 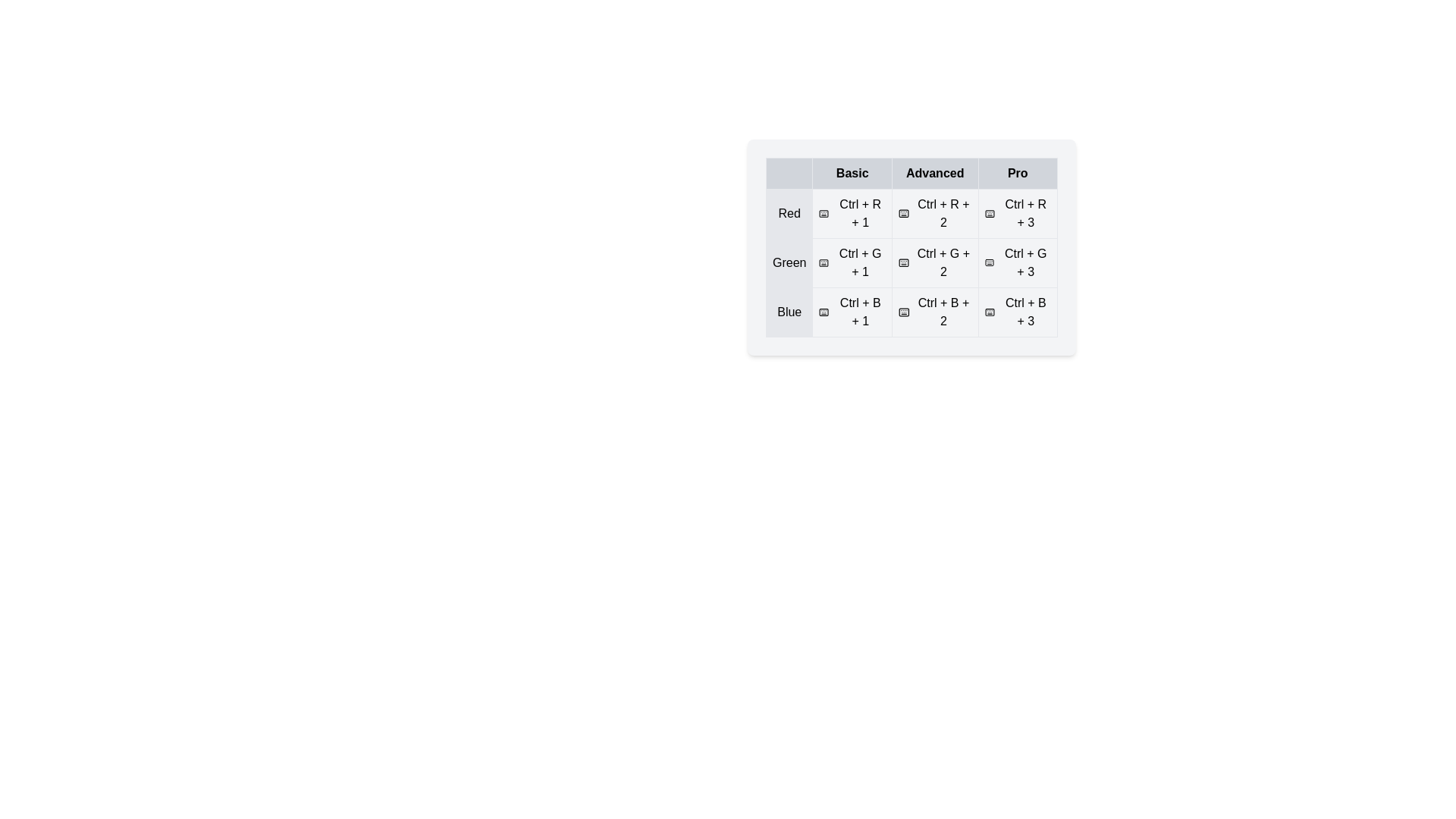 I want to click on the keyboard icon located in the second row and second column under the 'Advanced' heading, beside the label 'Red', so click(x=904, y=213).